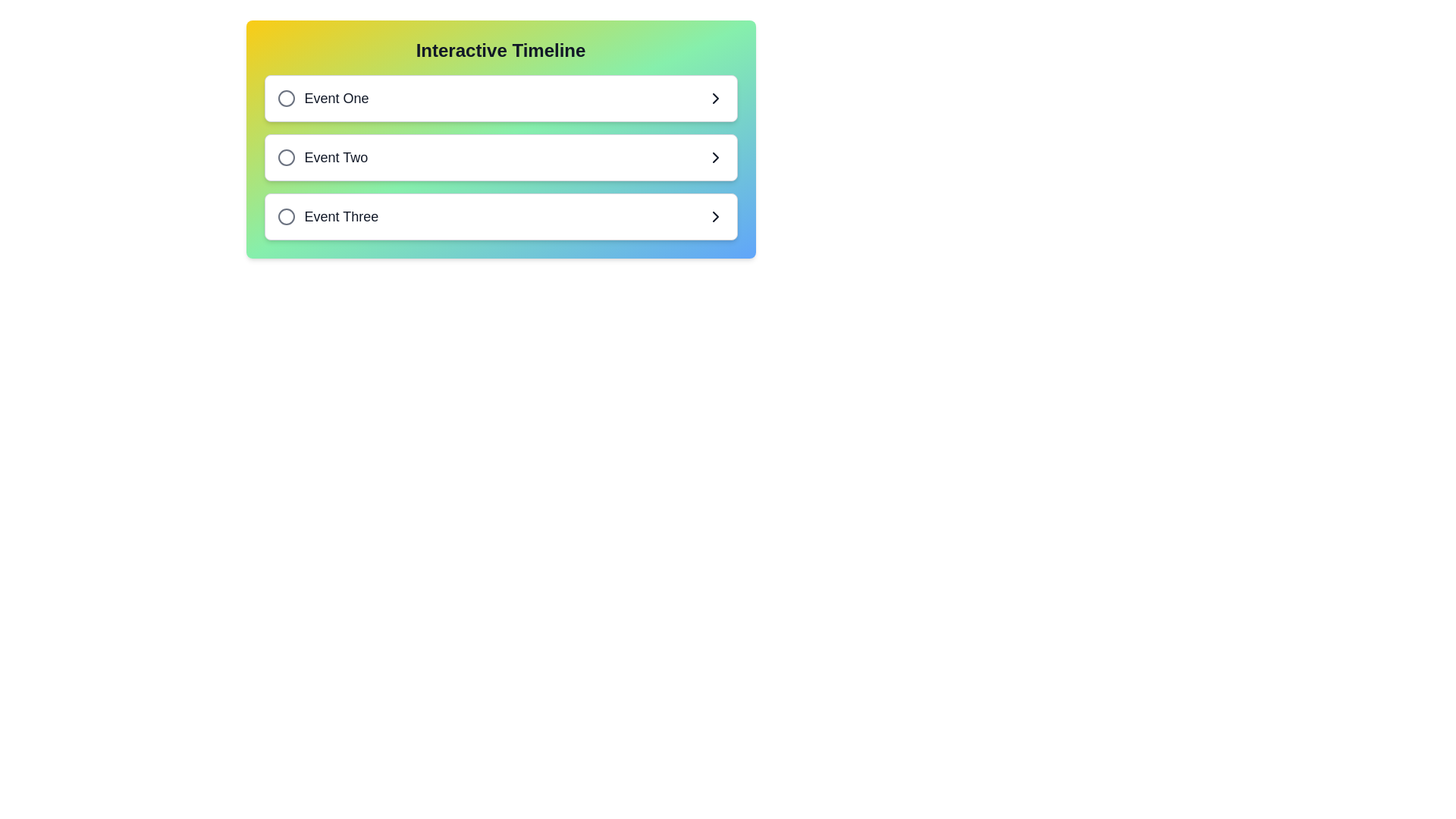  What do you see at coordinates (714, 99) in the screenshot?
I see `the arrow icon button at the far-right of the 'Event One' row` at bounding box center [714, 99].